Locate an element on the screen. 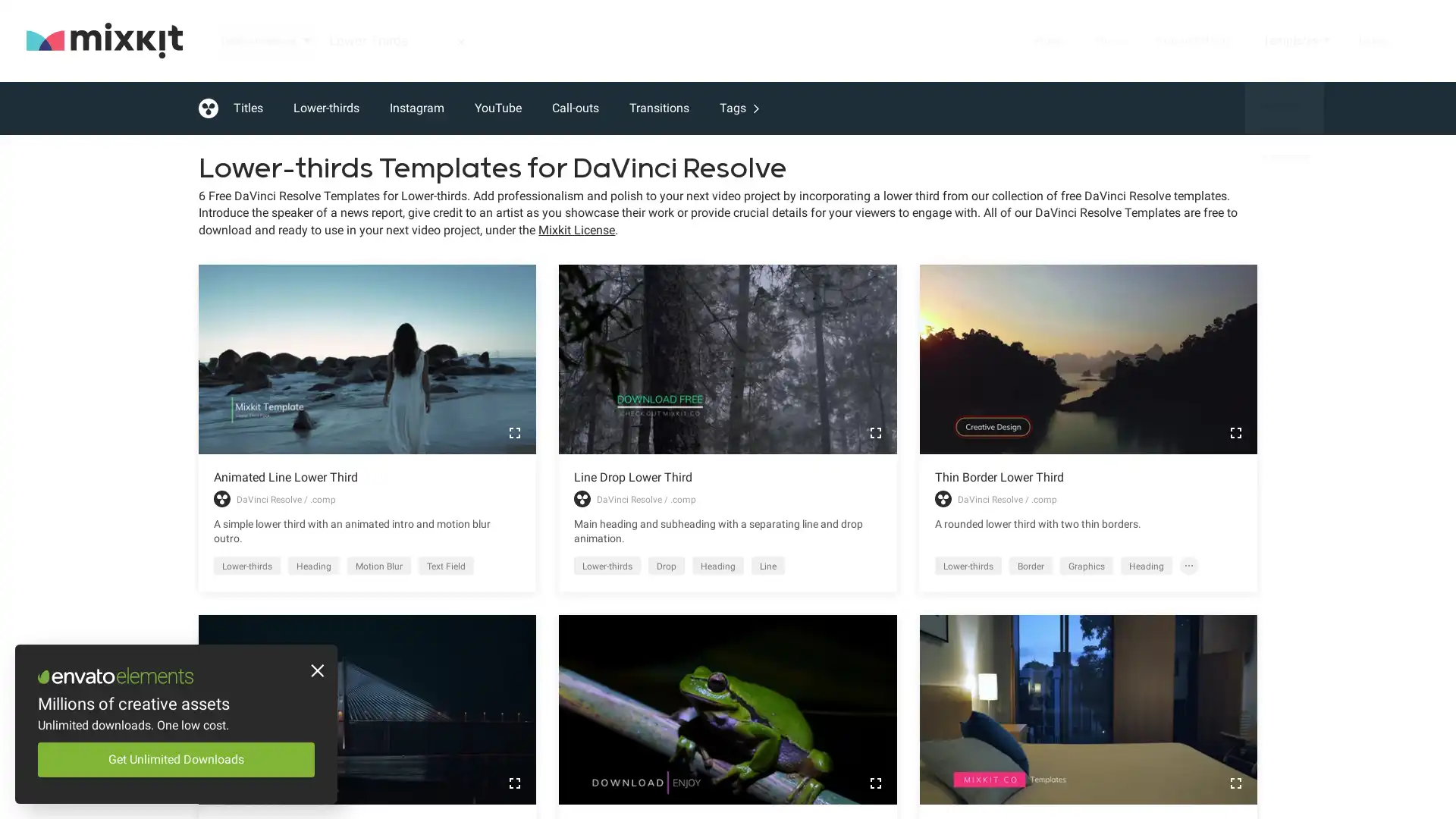 This screenshot has height=819, width=1456. View Fullscreen is located at coordinates (514, 432).